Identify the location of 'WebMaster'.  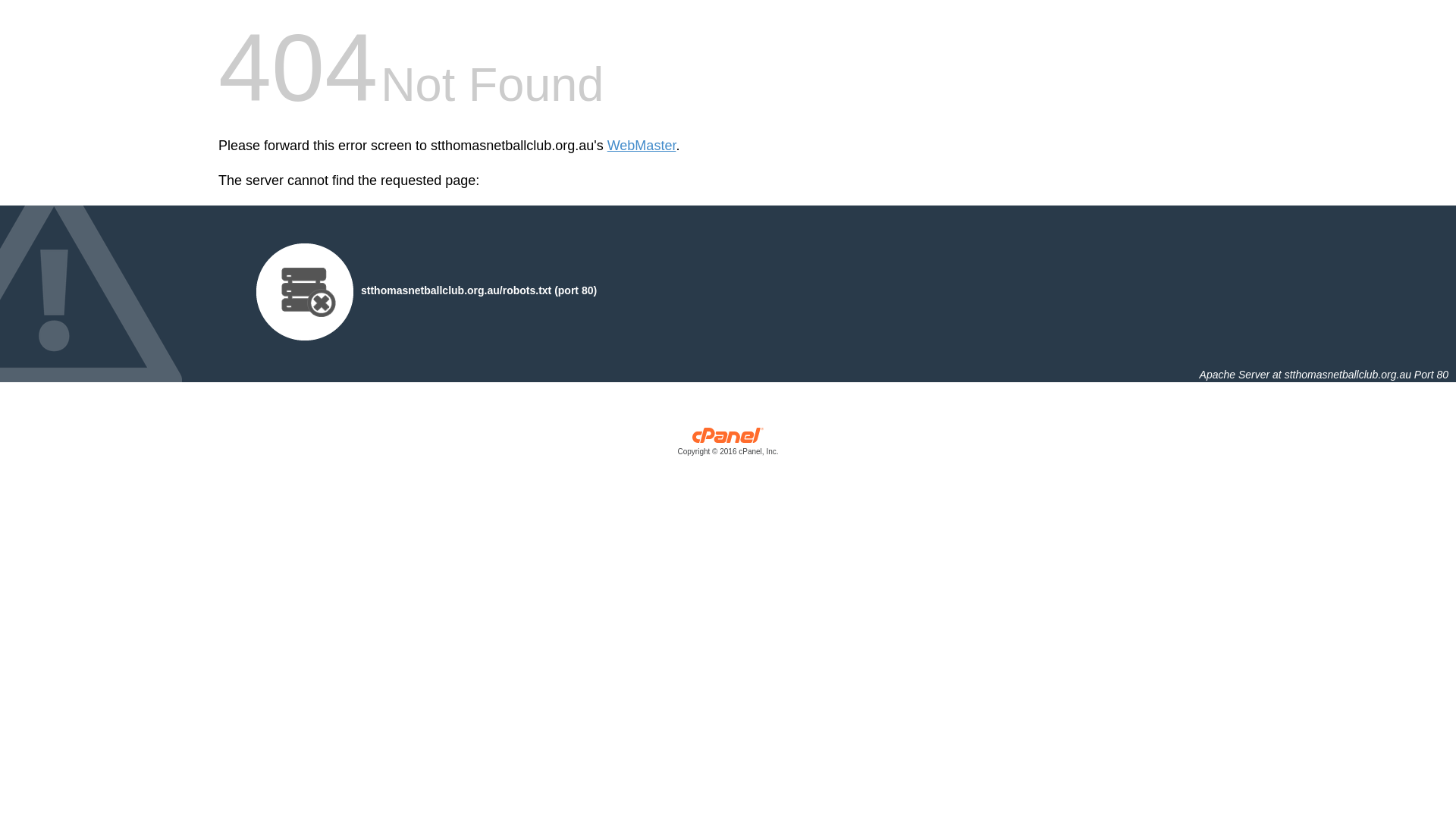
(642, 146).